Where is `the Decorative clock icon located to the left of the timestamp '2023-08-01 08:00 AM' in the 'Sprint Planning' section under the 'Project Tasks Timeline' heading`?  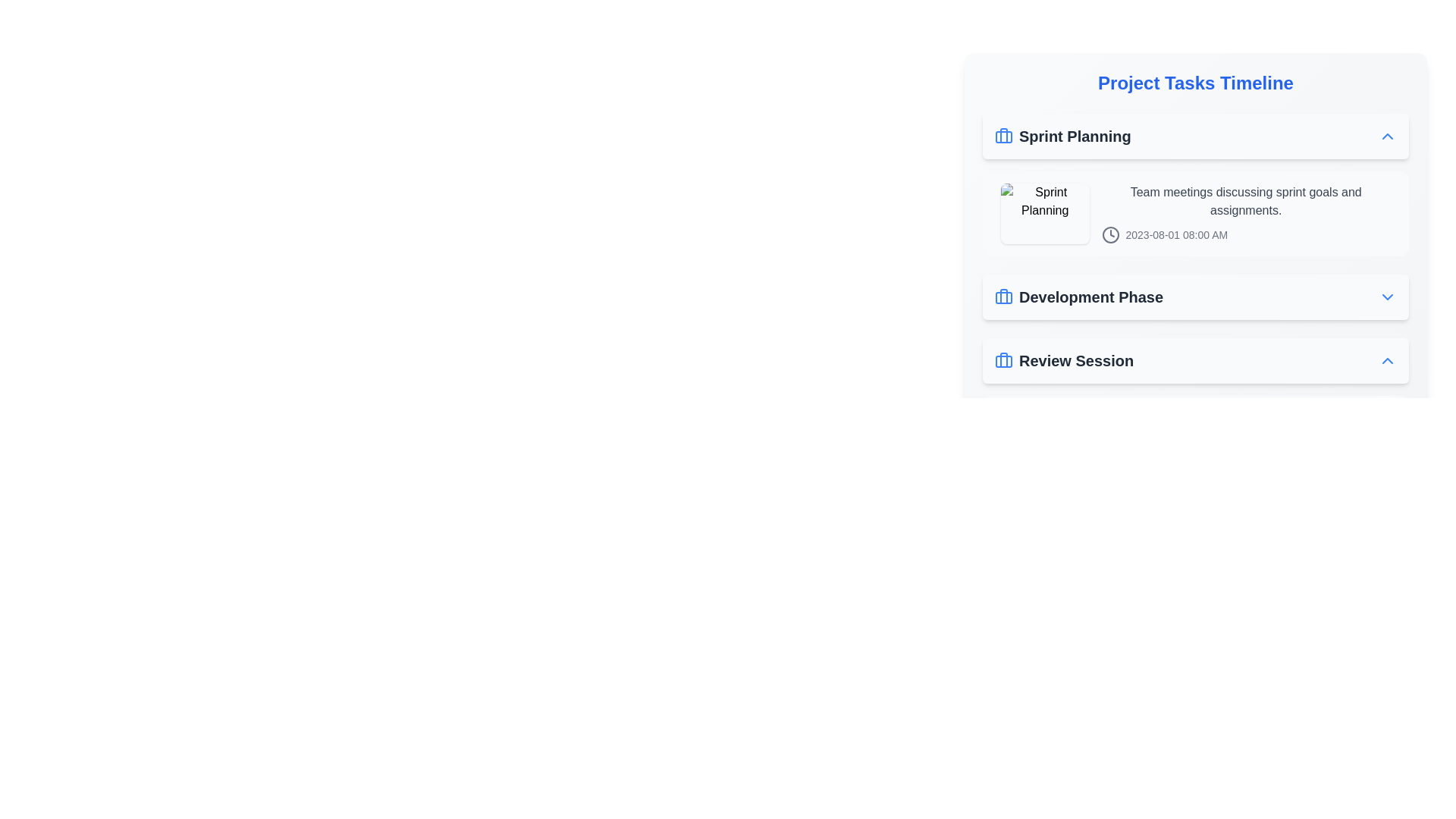
the Decorative clock icon located to the left of the timestamp '2023-08-01 08:00 AM' in the 'Sprint Planning' section under the 'Project Tasks Timeline' heading is located at coordinates (1110, 234).